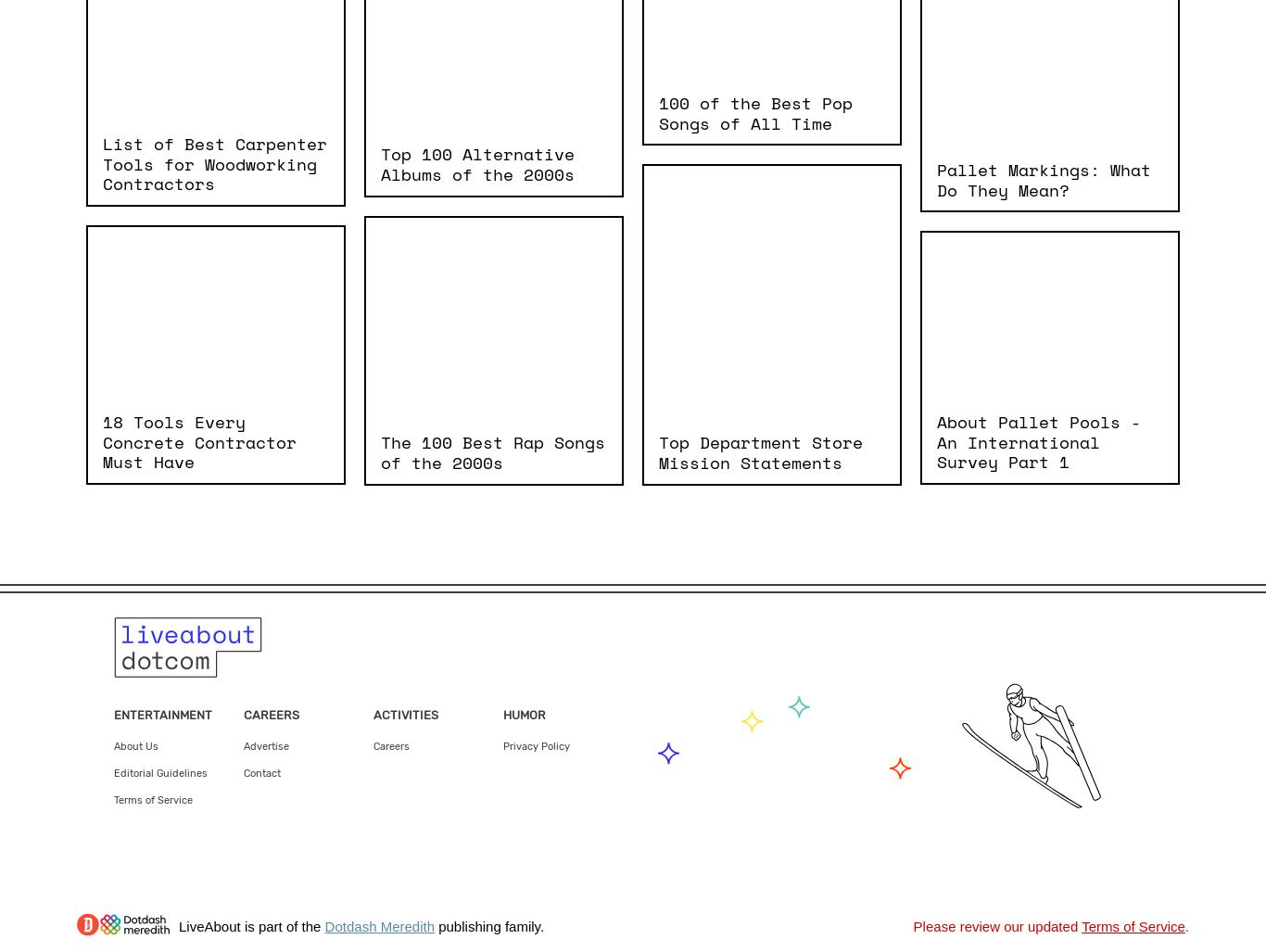 The image size is (1266, 952). I want to click on '18 Tools Every Concrete Contractor Must Have', so click(198, 441).